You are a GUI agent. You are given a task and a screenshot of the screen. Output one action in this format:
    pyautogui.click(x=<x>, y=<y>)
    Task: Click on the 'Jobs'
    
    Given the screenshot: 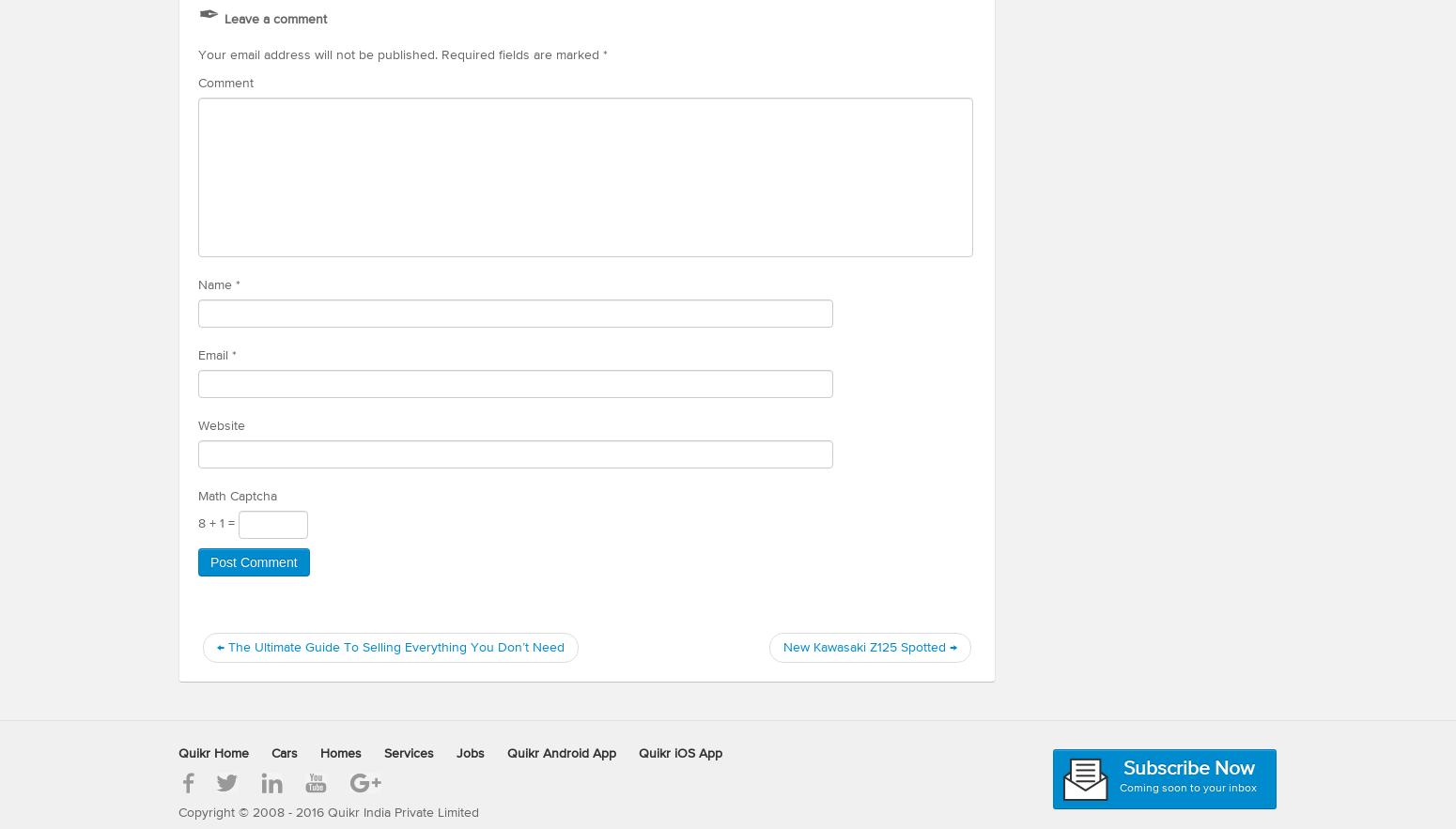 What is the action you would take?
    pyautogui.click(x=469, y=752)
    